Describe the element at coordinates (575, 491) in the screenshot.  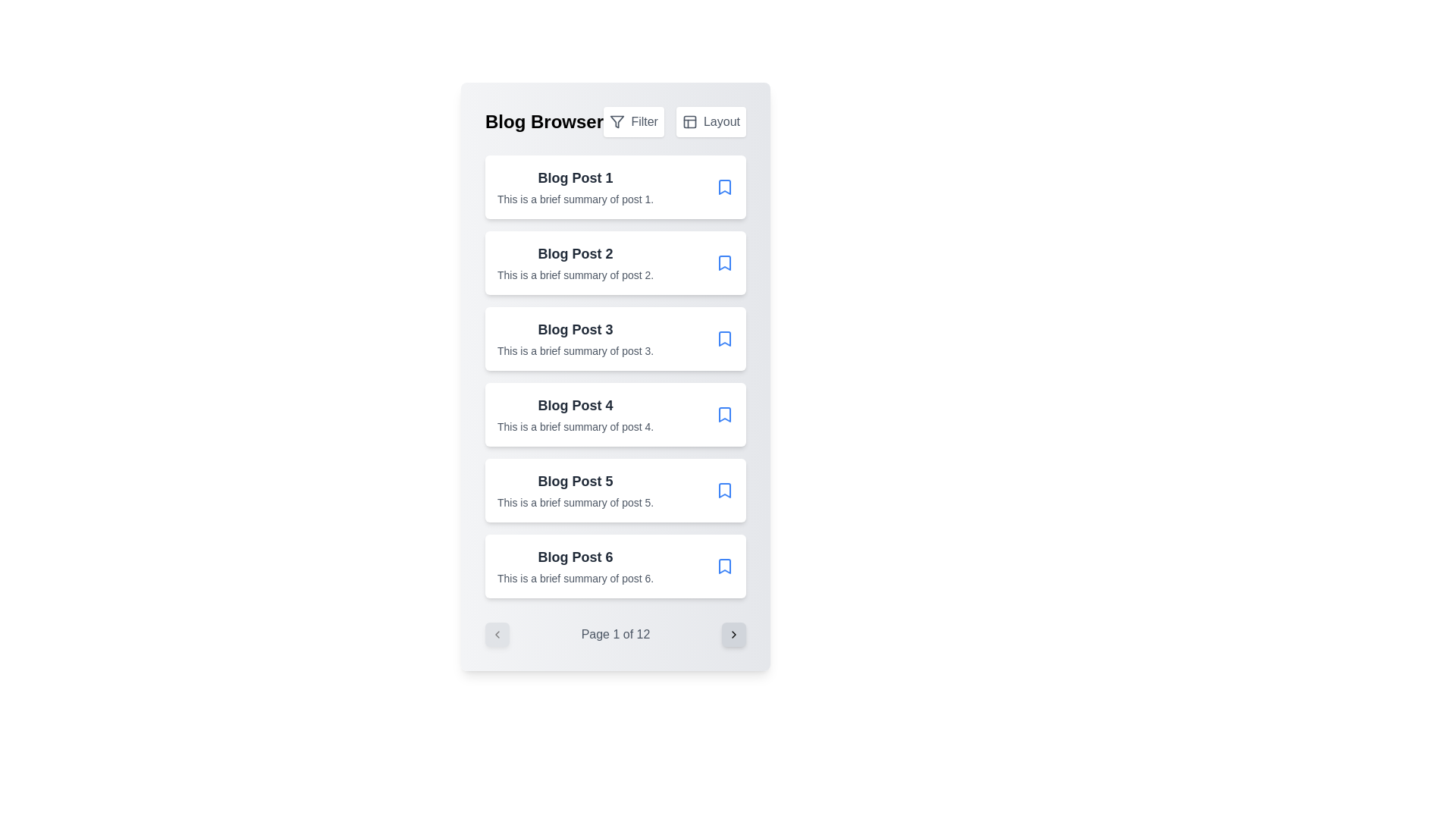
I see `the list item titled 'Blog Post 5'` at that location.